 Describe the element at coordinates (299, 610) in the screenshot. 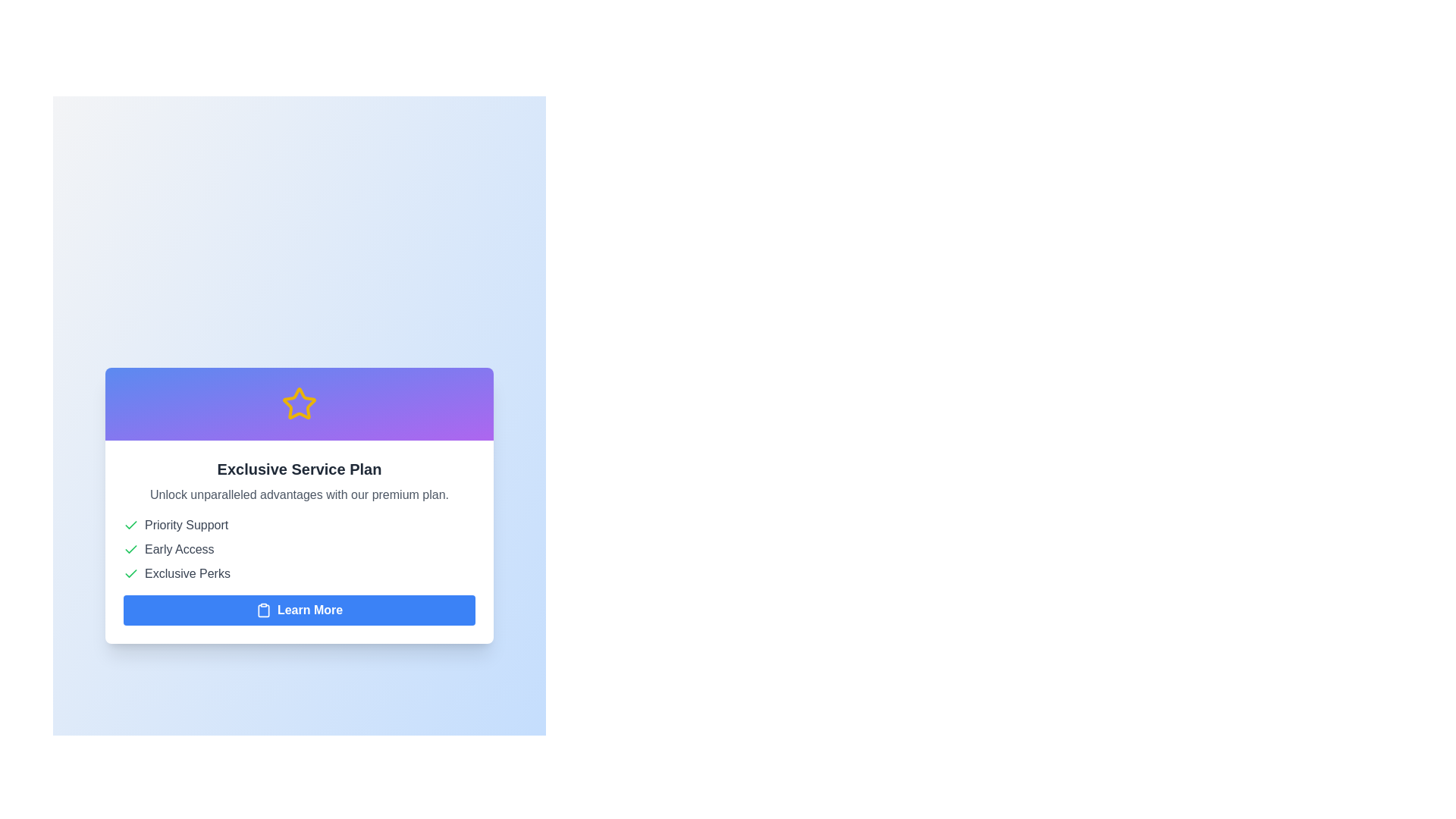

I see `the 'Learn More' button with a vibrant blue background and white text, located at the bottom of the 'Exclusive Service Plan' card` at that location.